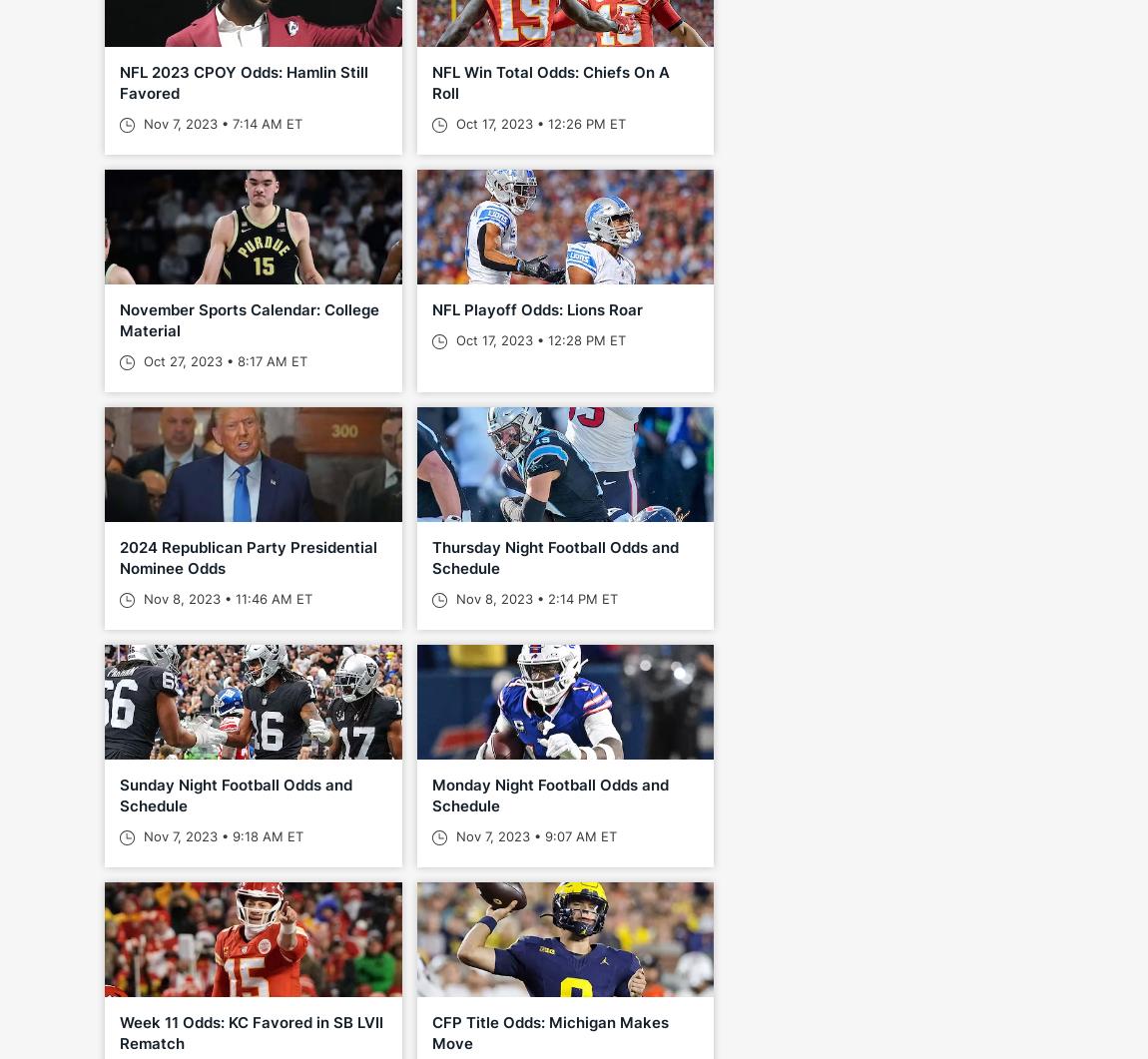 The image size is (1148, 1059). What do you see at coordinates (554, 557) in the screenshot?
I see `'Thursday Night Football Odds and Schedule'` at bounding box center [554, 557].